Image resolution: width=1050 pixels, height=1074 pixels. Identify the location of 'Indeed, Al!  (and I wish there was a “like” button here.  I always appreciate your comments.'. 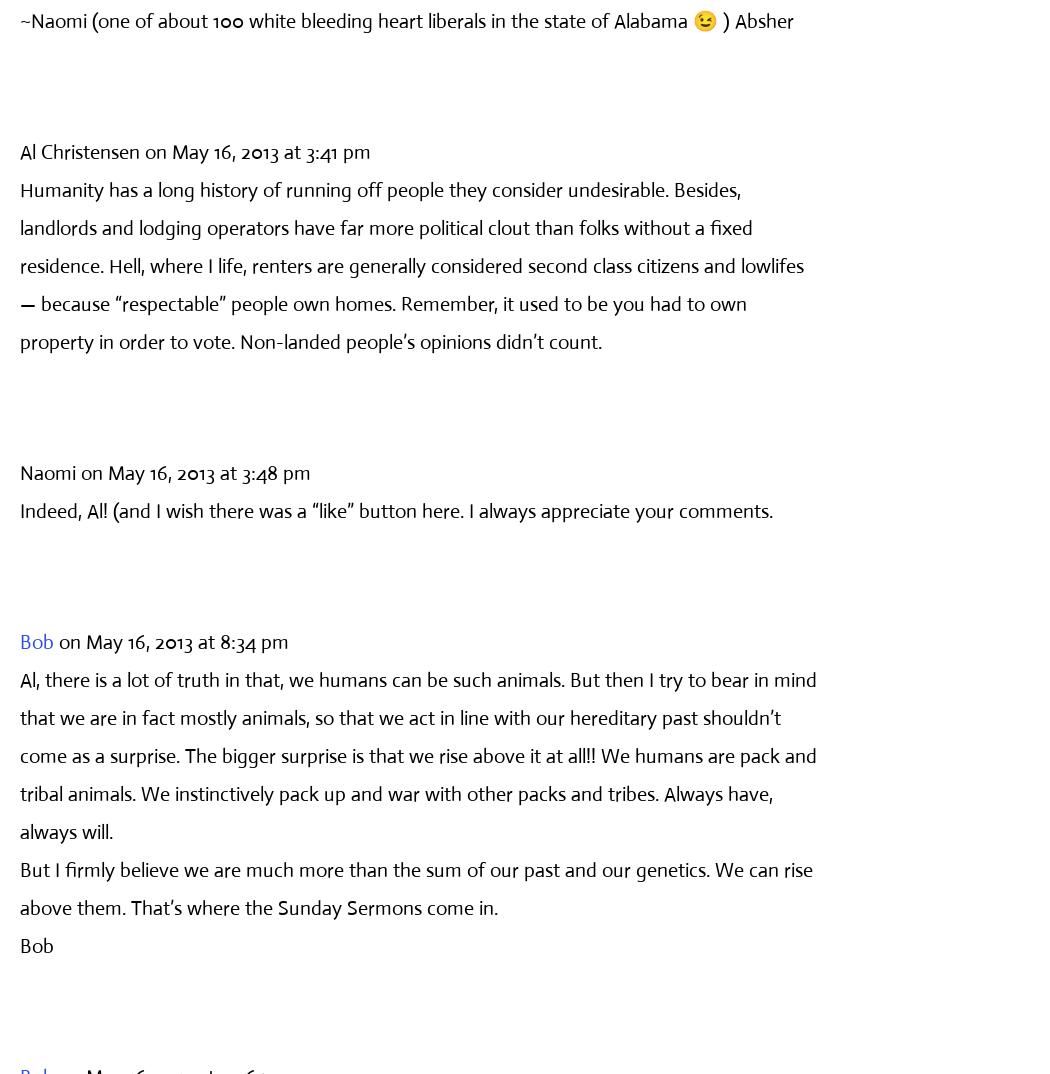
(396, 510).